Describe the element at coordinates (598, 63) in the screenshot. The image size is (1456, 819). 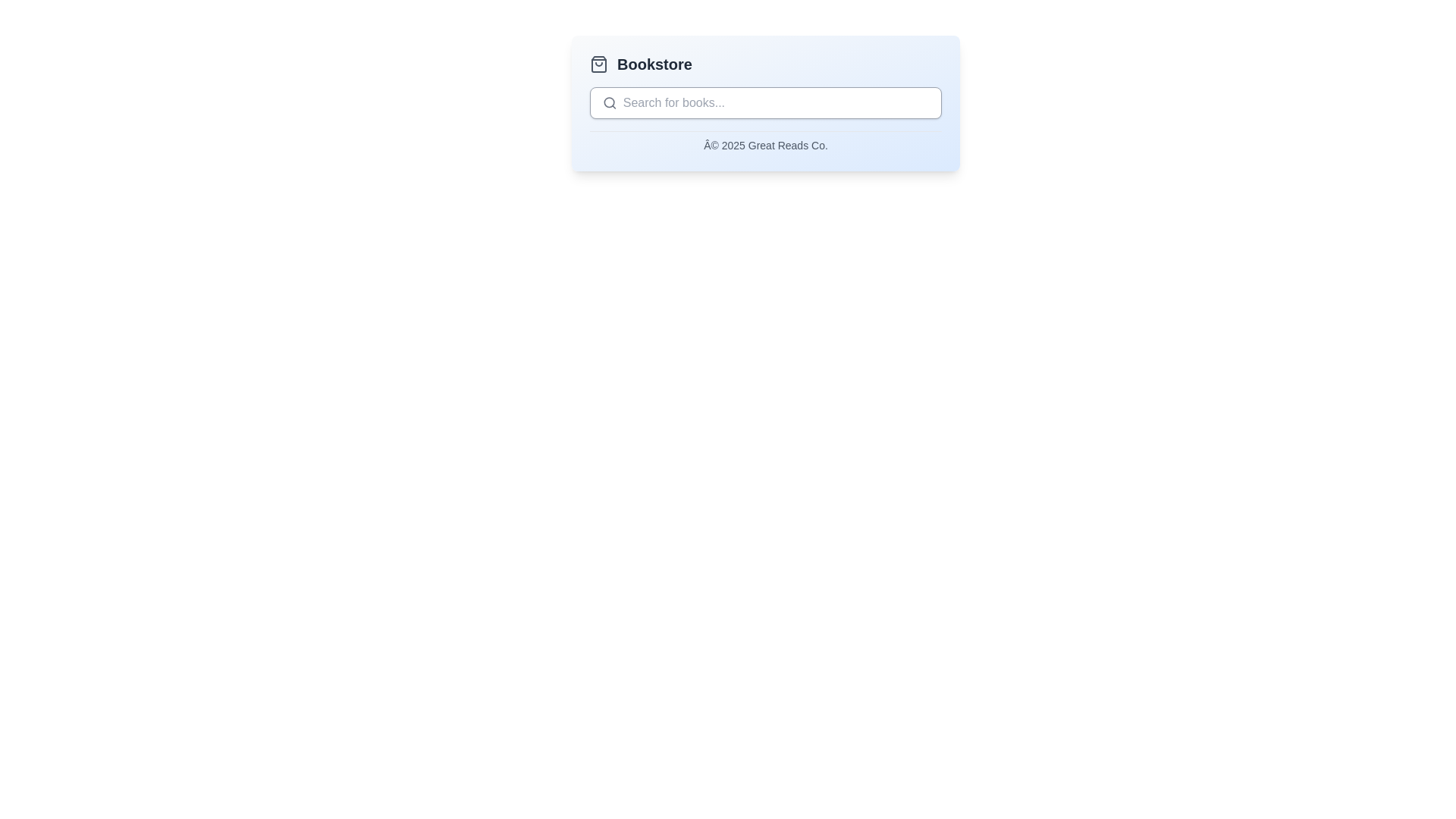
I see `visual icon representing the marketplace or shopping context, which is the leftmost element before the bold text 'Bookstore.'` at that location.